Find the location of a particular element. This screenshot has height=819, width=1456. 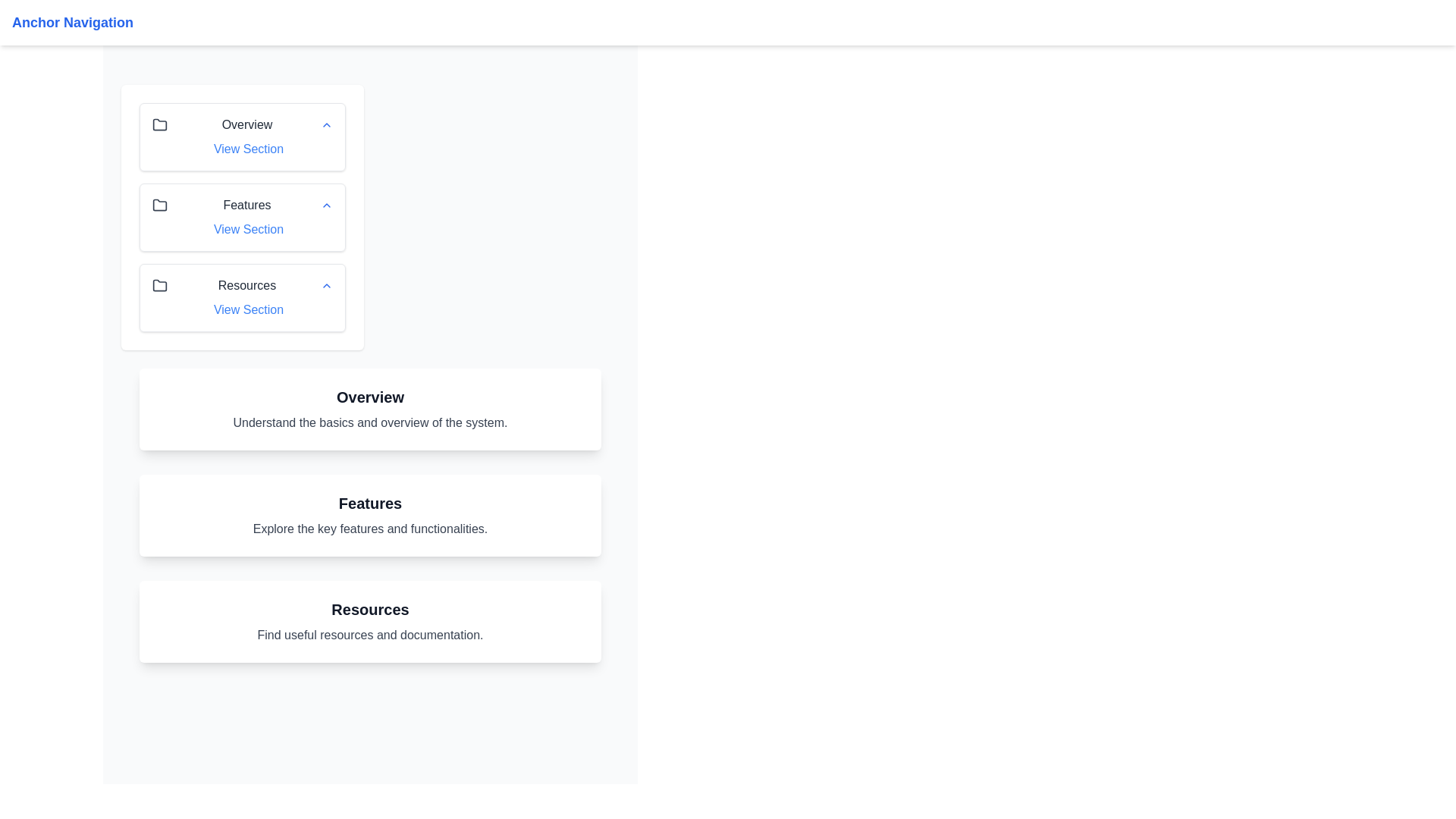

the 'Resources' section of the Informational block, which is the third section stacked vertically beneath 'Features' and above the footer is located at coordinates (370, 622).